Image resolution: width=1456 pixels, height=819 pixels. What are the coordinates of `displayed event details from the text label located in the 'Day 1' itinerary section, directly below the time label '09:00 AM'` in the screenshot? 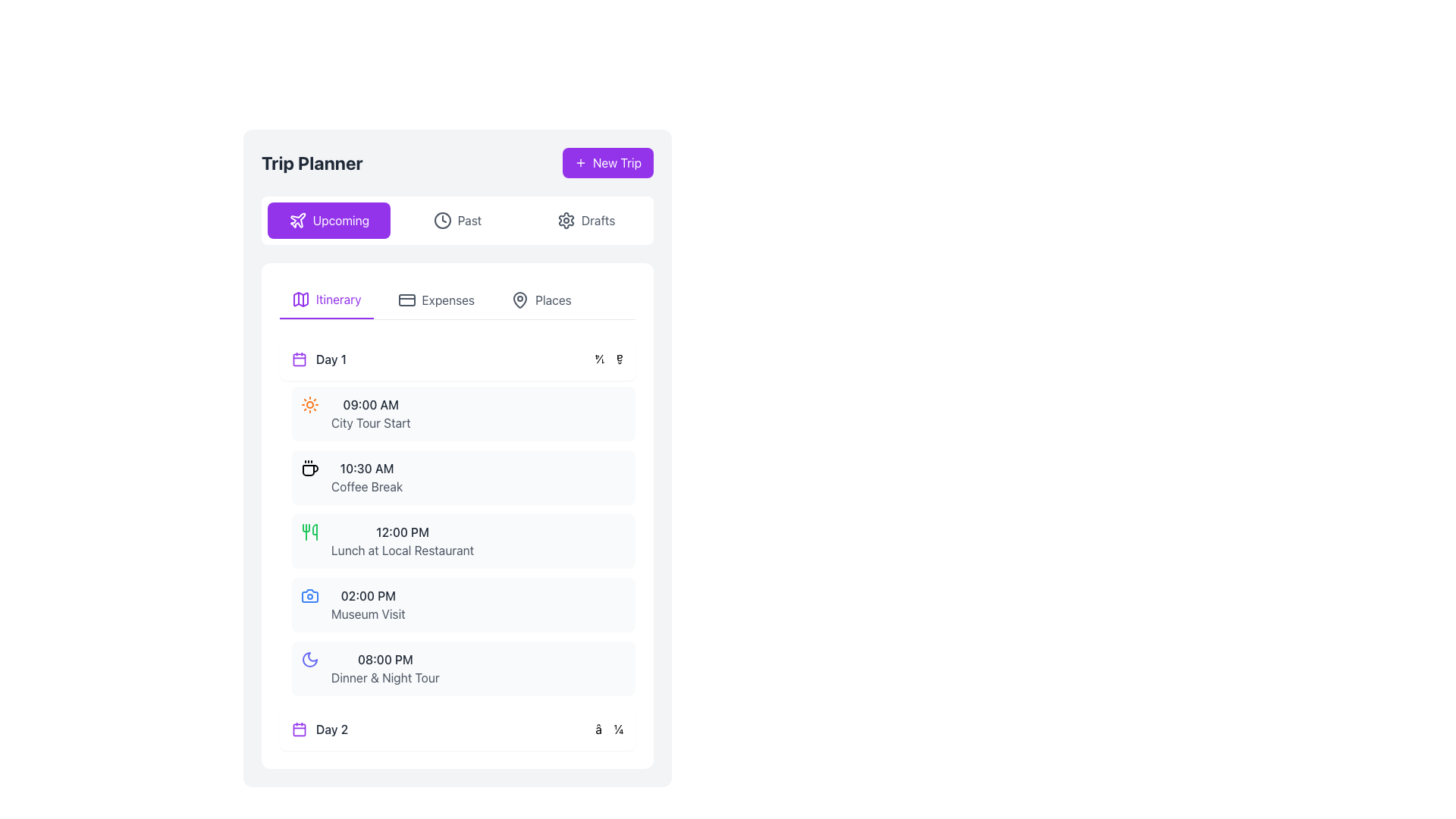 It's located at (371, 423).